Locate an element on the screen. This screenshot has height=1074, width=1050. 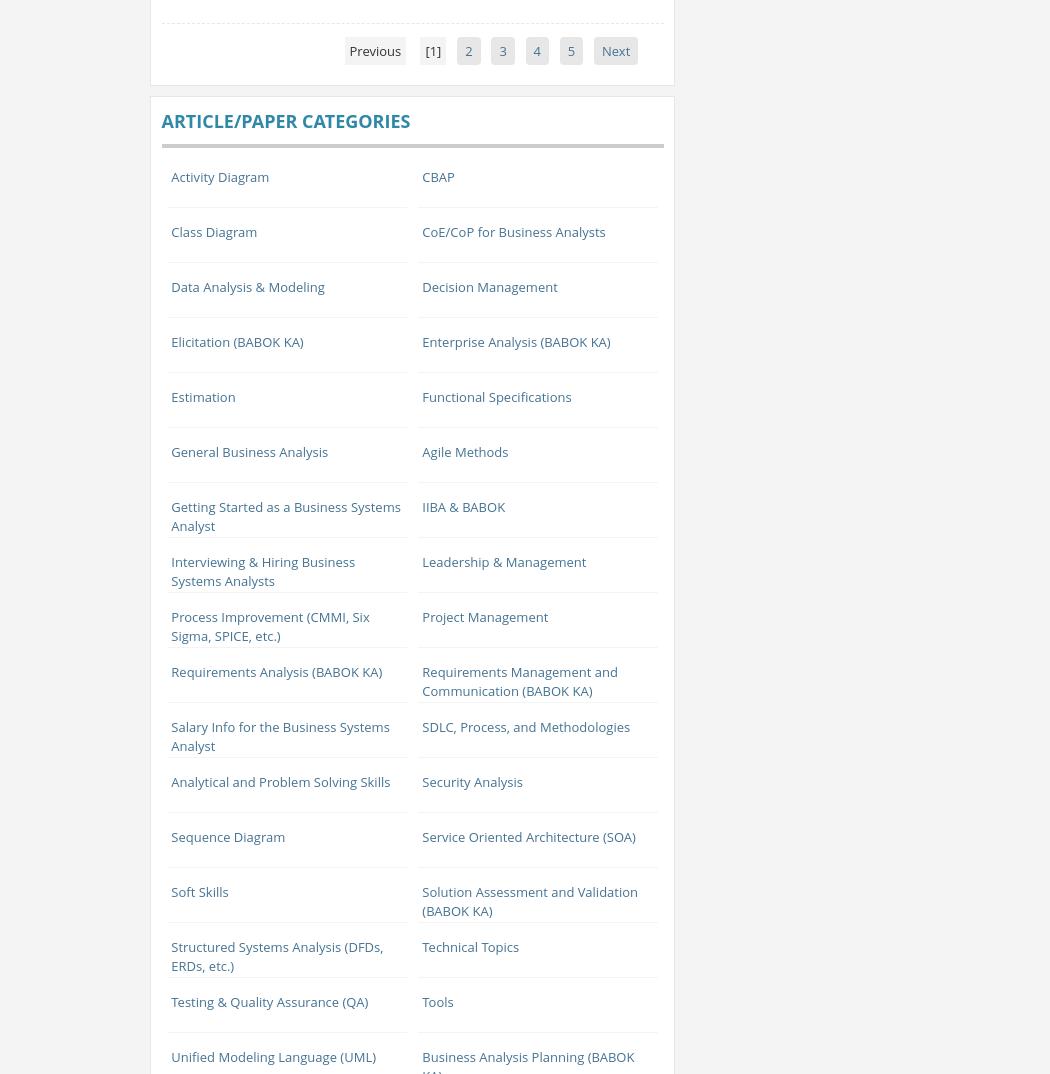
'Activity Diagram' is located at coordinates (218, 176).